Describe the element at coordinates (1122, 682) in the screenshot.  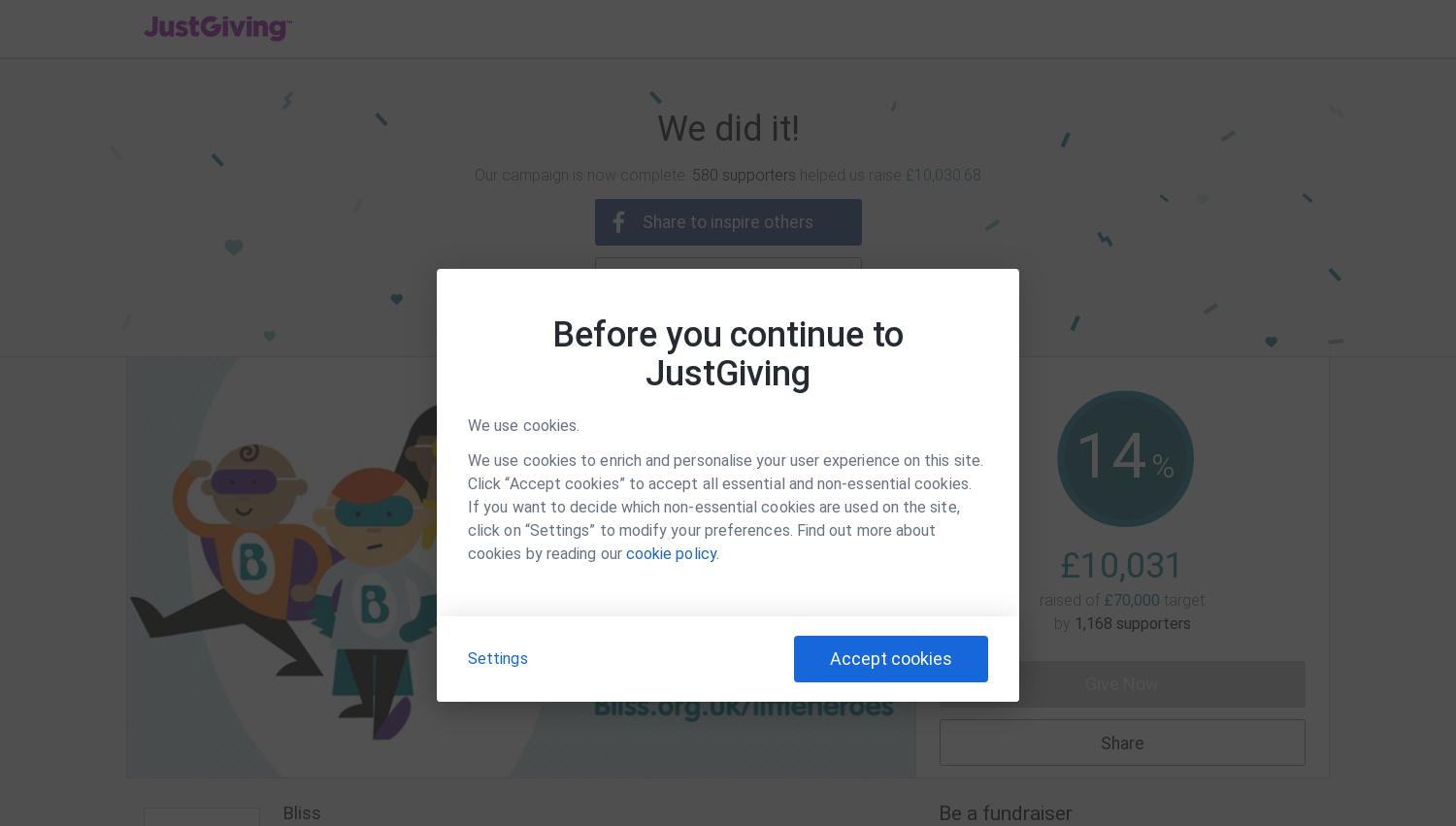
I see `'Give Now'` at that location.